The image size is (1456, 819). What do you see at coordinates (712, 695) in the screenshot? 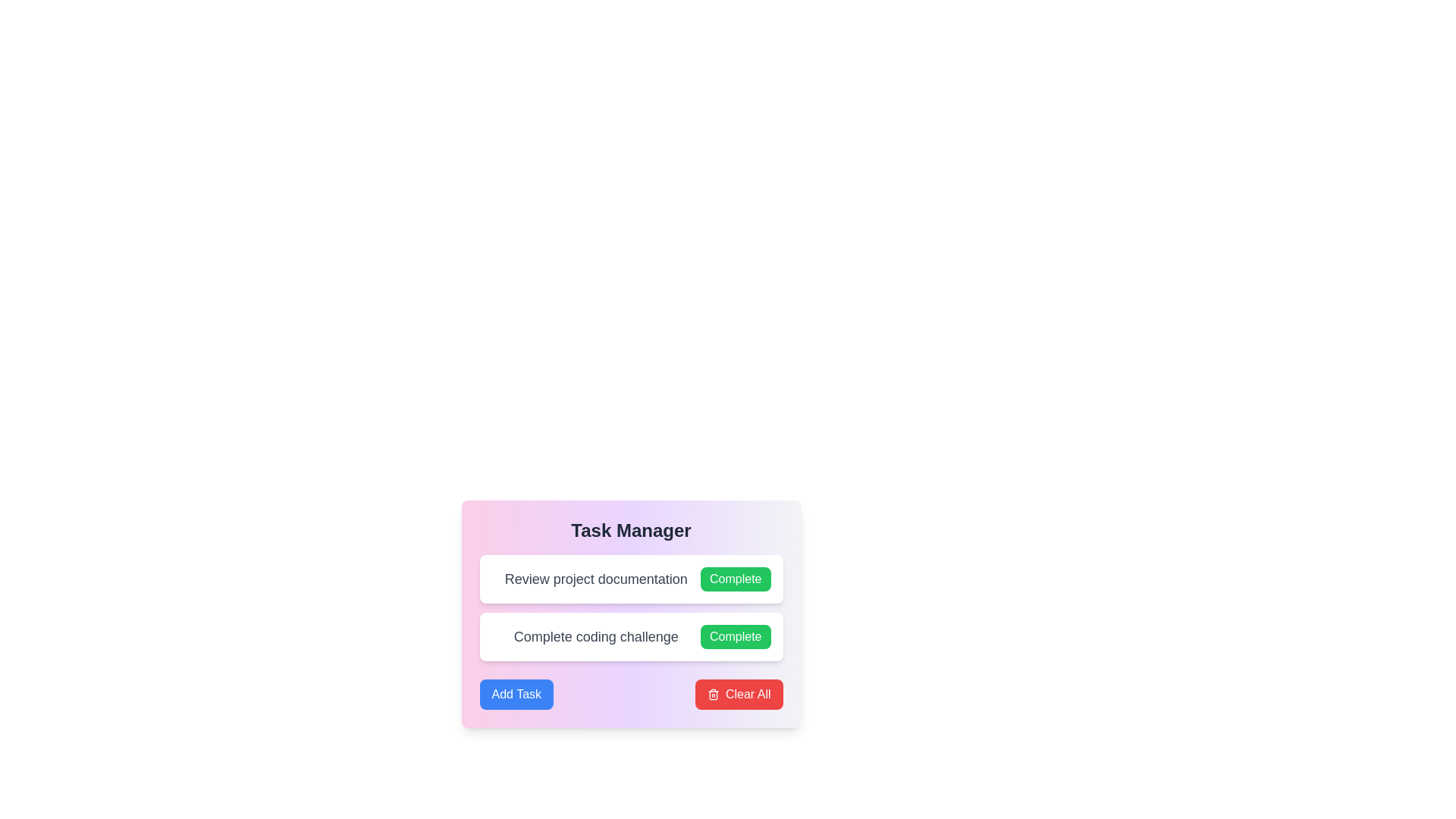
I see `the SVG Icon within the 'Clear All' button at the bottom-right corner of the task manager interface` at bounding box center [712, 695].